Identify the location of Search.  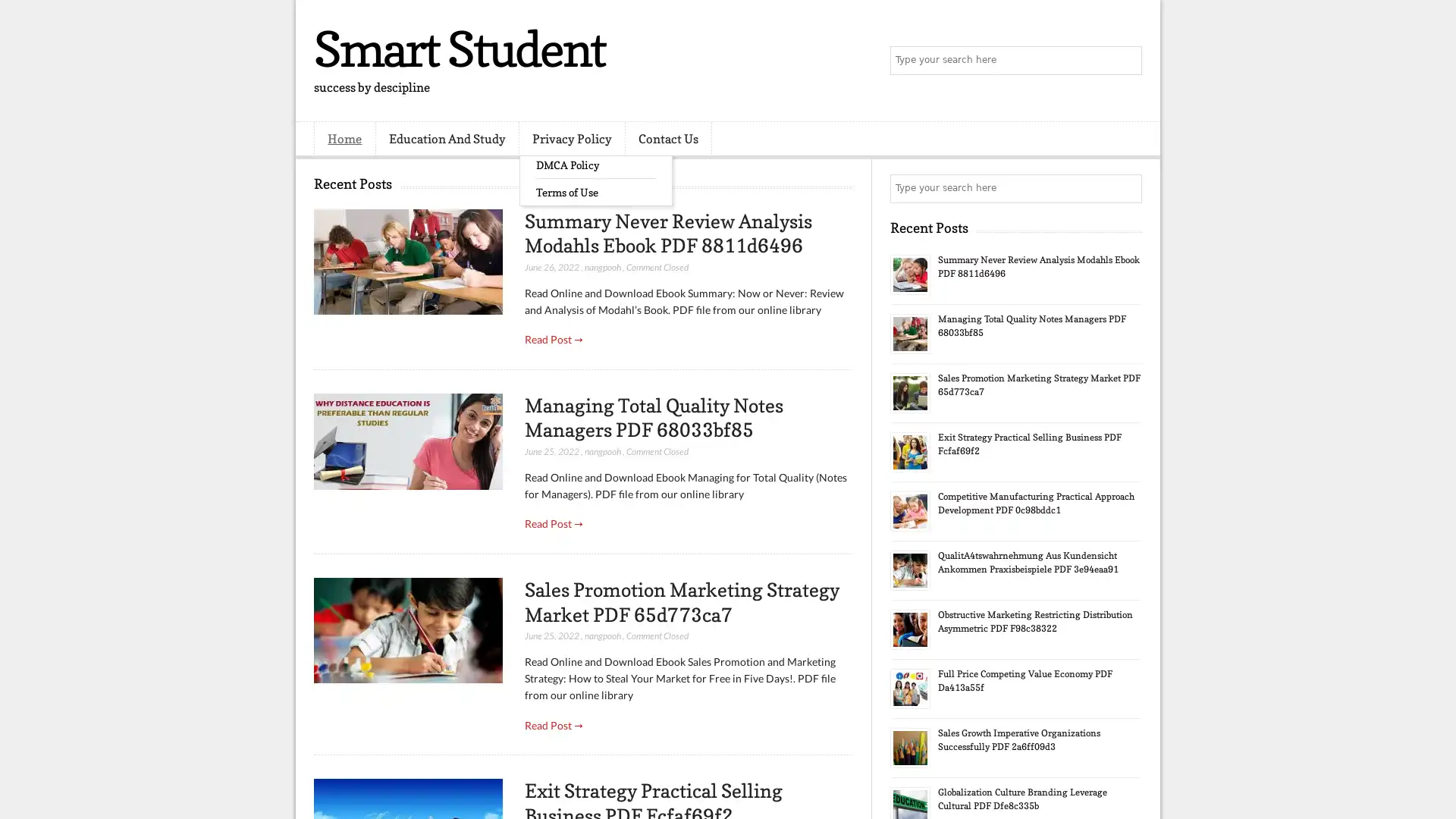
(1126, 61).